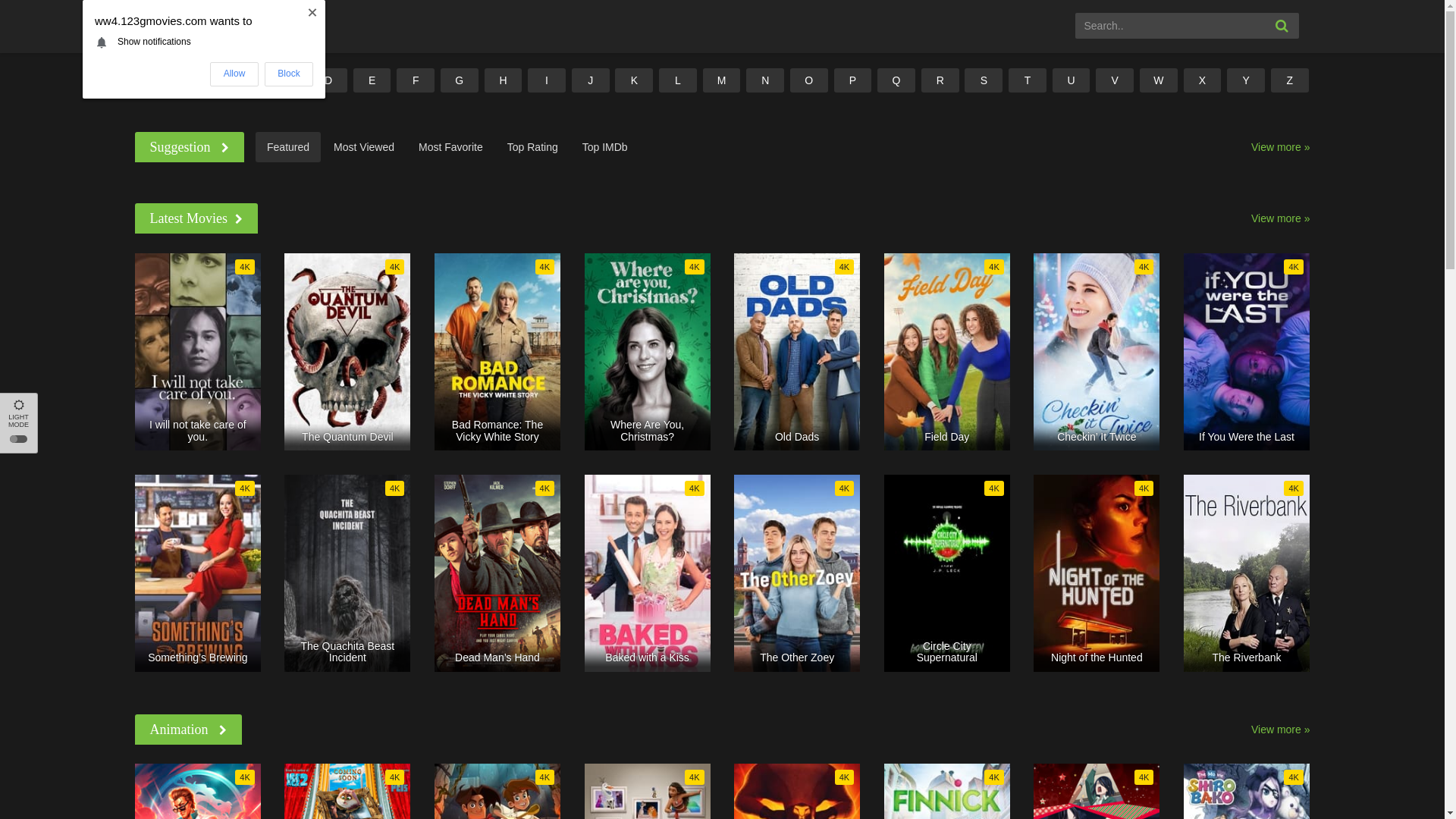 This screenshot has width=1456, height=819. I want to click on 'Most Viewed', so click(364, 146).